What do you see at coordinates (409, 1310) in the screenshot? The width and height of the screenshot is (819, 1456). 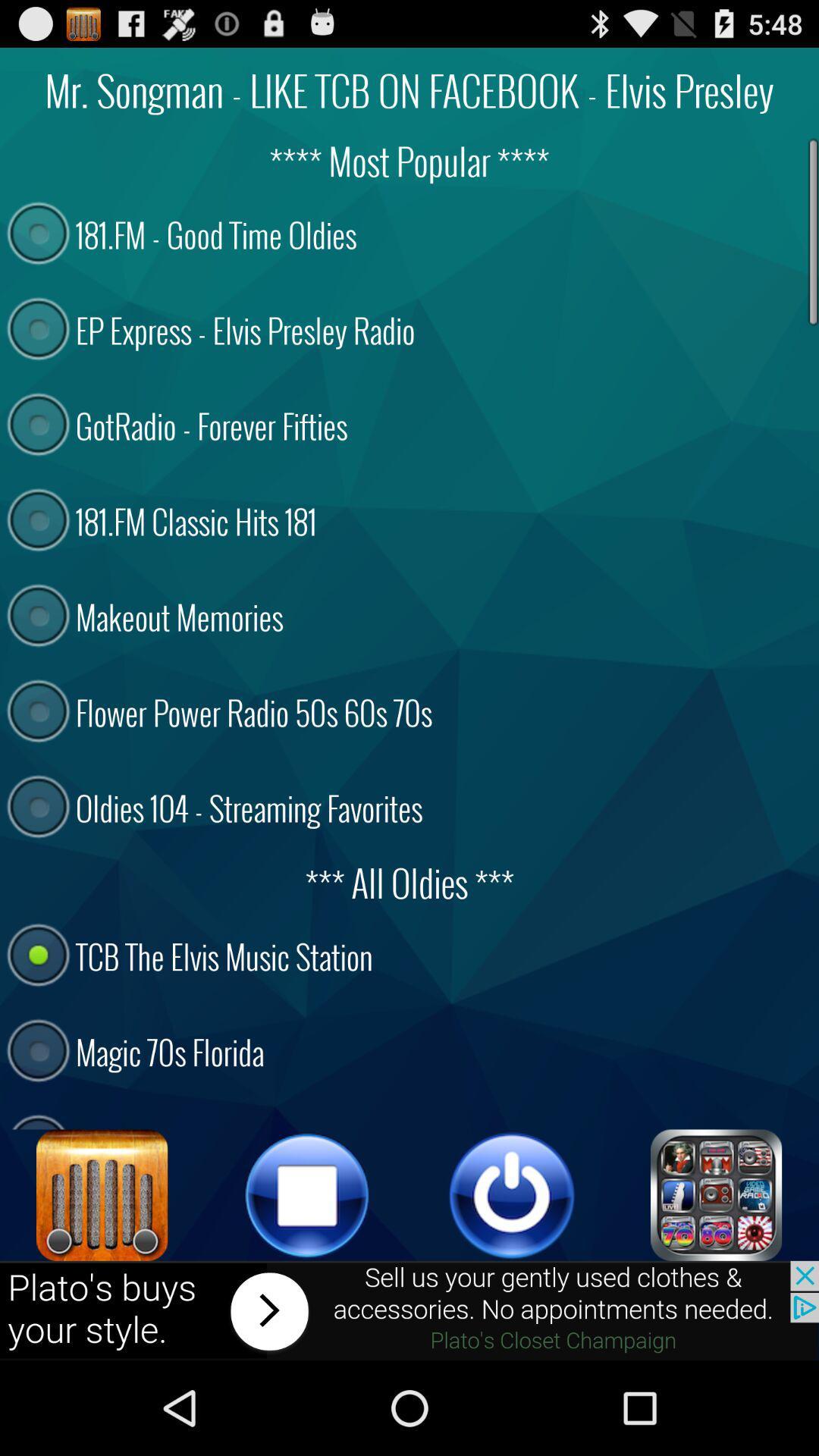 I see `open advertisement` at bounding box center [409, 1310].